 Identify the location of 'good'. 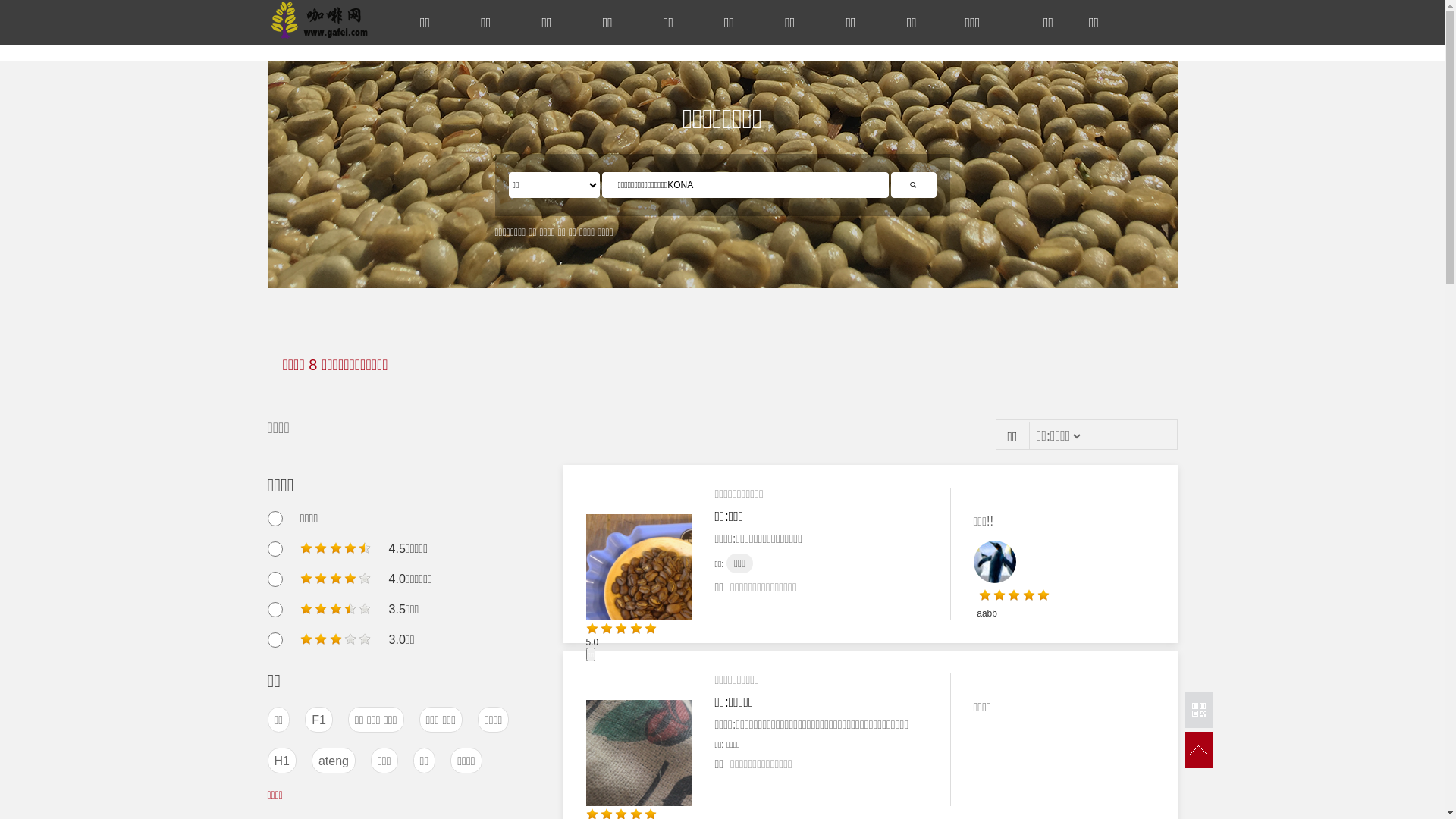
(334, 578).